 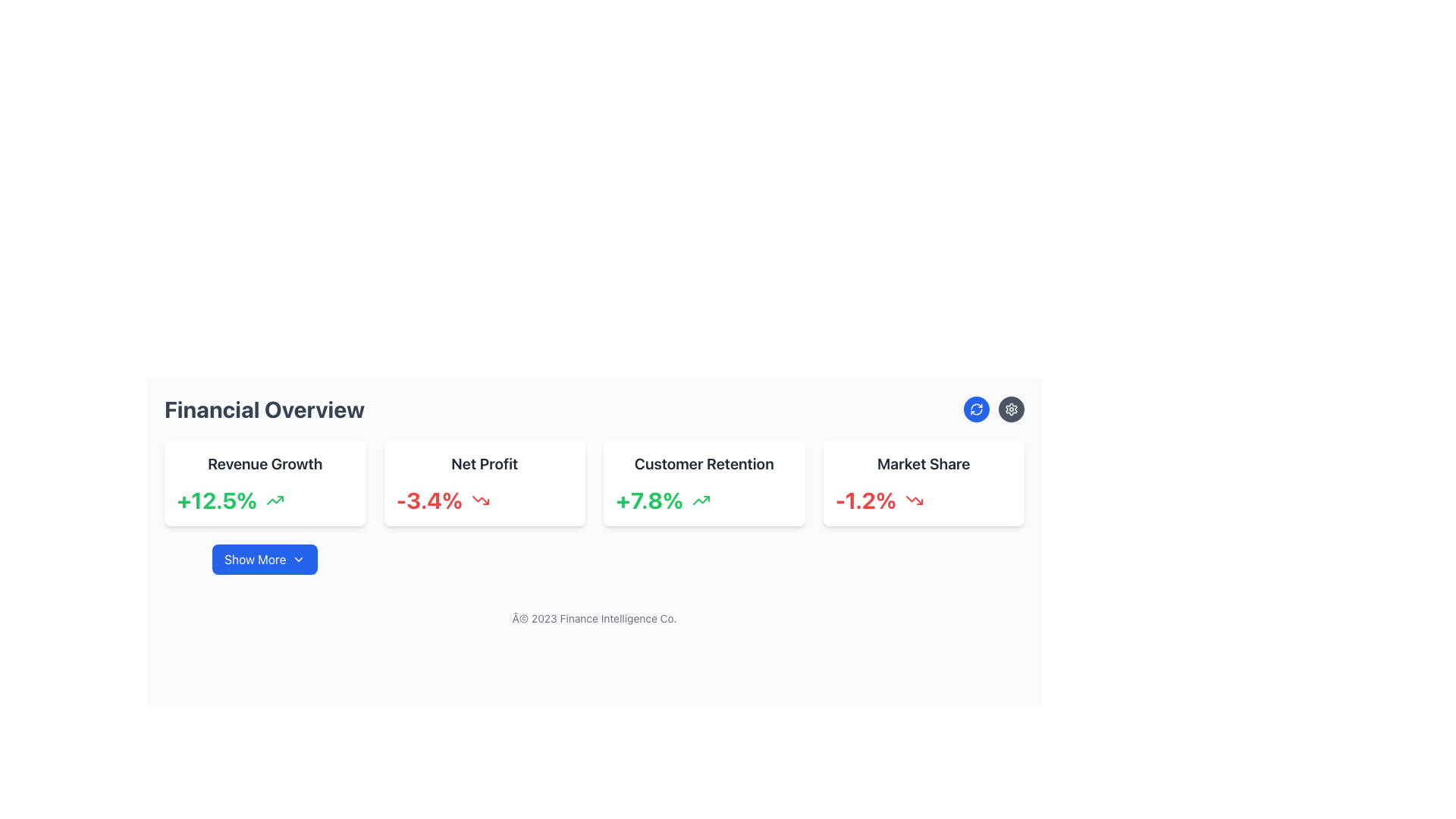 What do you see at coordinates (1012, 409) in the screenshot?
I see `the settings icon located at the top-right corner of the main dashboard view, which is enclosed in a circular background and slightly shifted to the right of the 'refresh' icon` at bounding box center [1012, 409].